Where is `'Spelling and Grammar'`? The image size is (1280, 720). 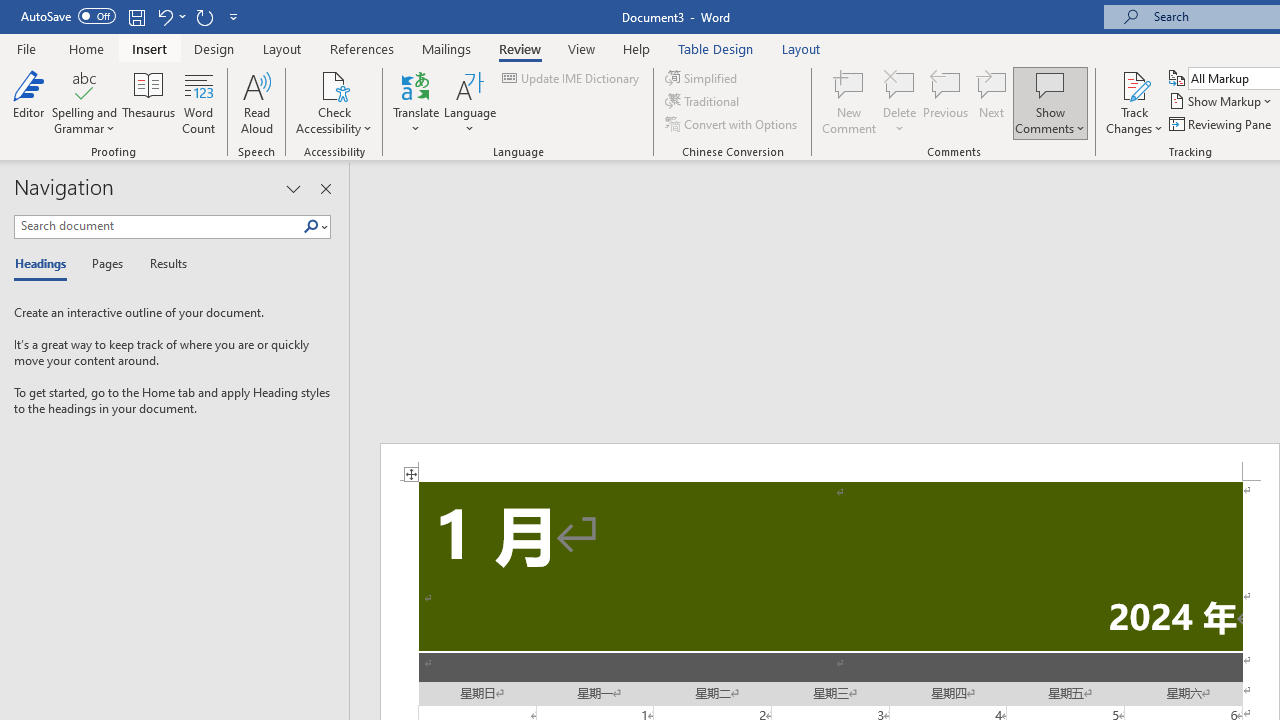 'Spelling and Grammar' is located at coordinates (84, 84).